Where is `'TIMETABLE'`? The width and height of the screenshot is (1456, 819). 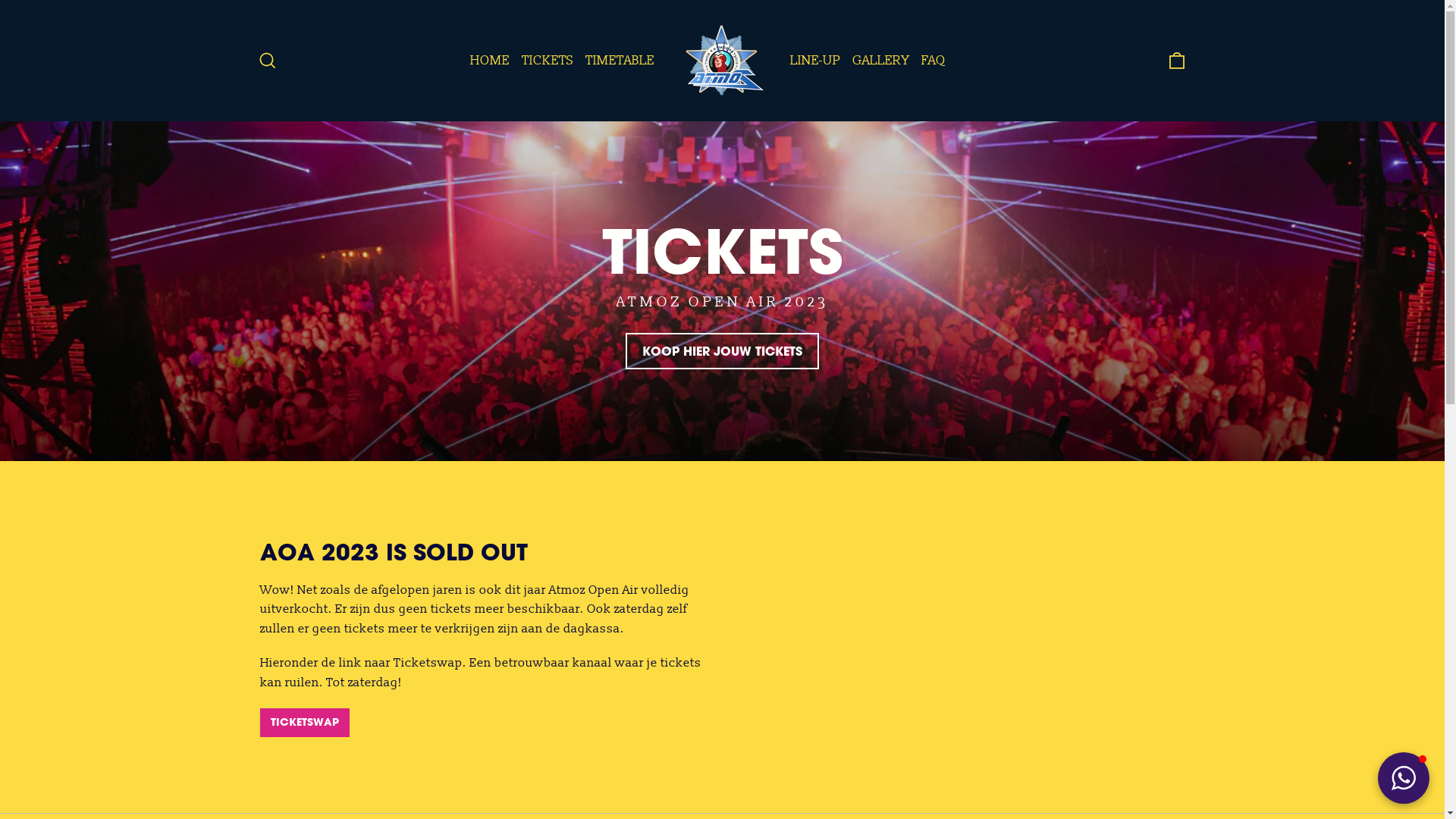
'TIMETABLE' is located at coordinates (620, 59).